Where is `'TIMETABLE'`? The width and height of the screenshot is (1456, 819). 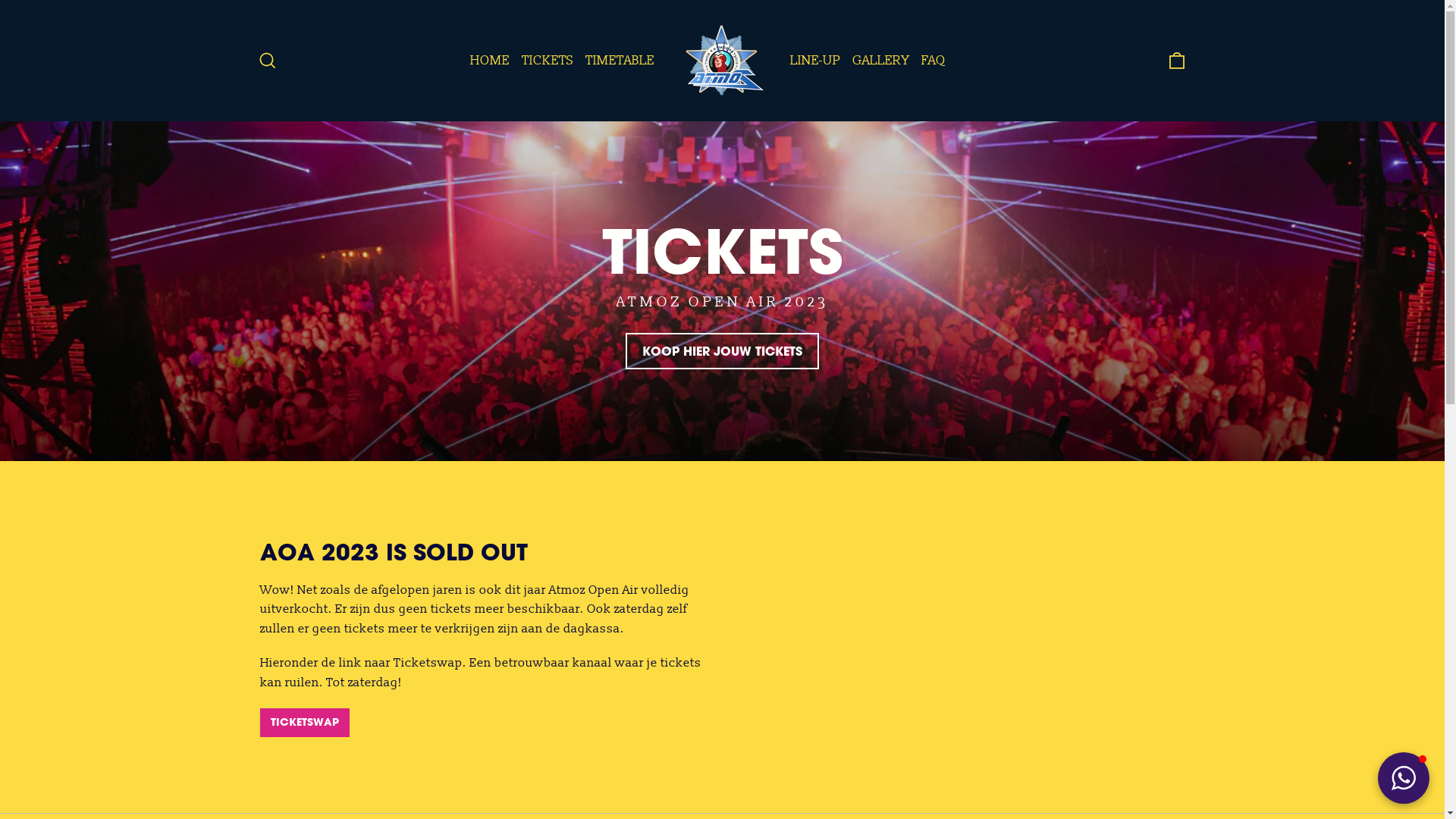
'TIMETABLE' is located at coordinates (620, 59).